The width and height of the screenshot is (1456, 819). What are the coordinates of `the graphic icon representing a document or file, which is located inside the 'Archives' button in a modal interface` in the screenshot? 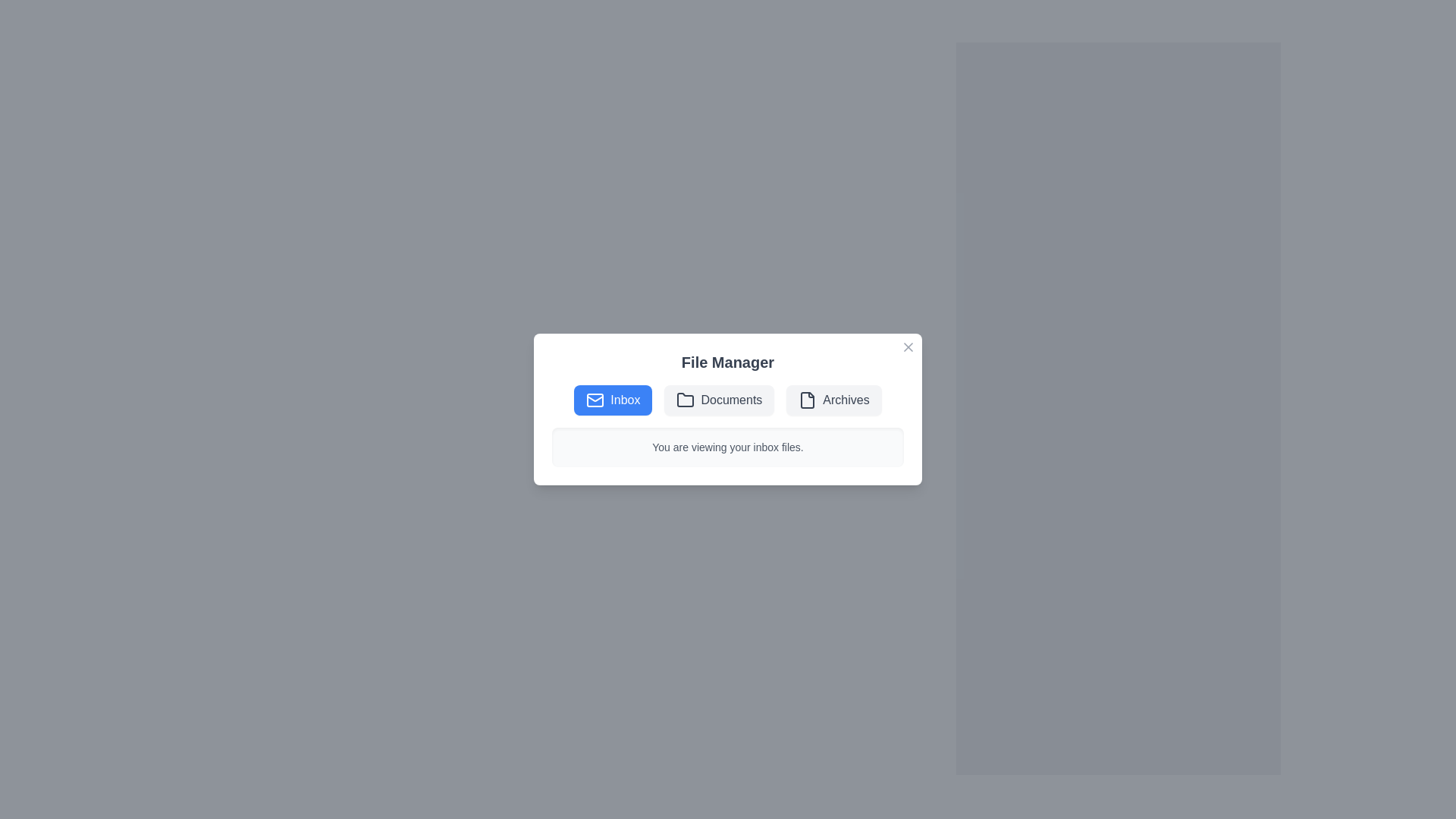 It's located at (807, 400).